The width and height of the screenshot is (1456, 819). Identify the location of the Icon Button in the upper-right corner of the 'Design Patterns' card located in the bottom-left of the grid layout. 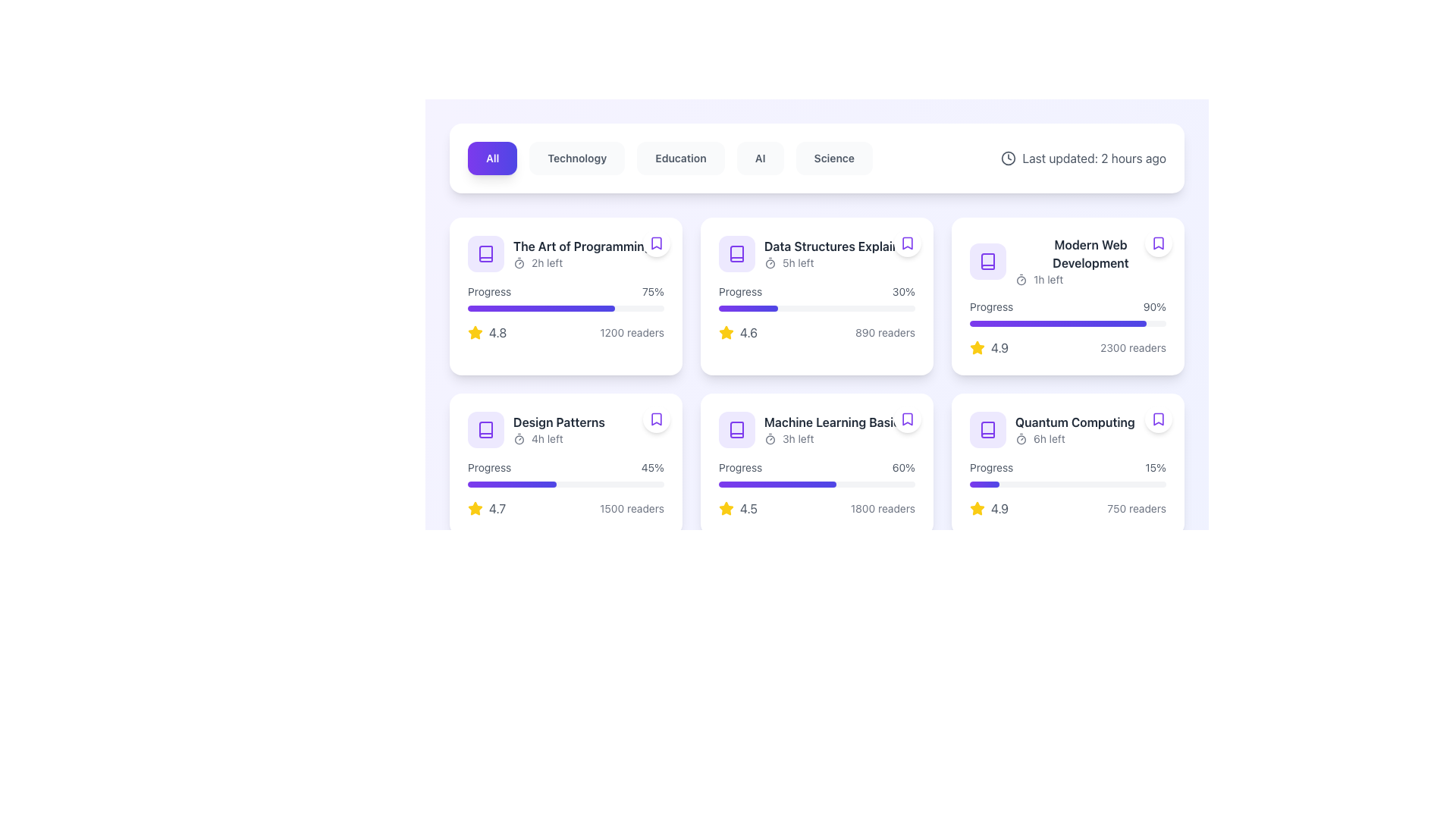
(656, 419).